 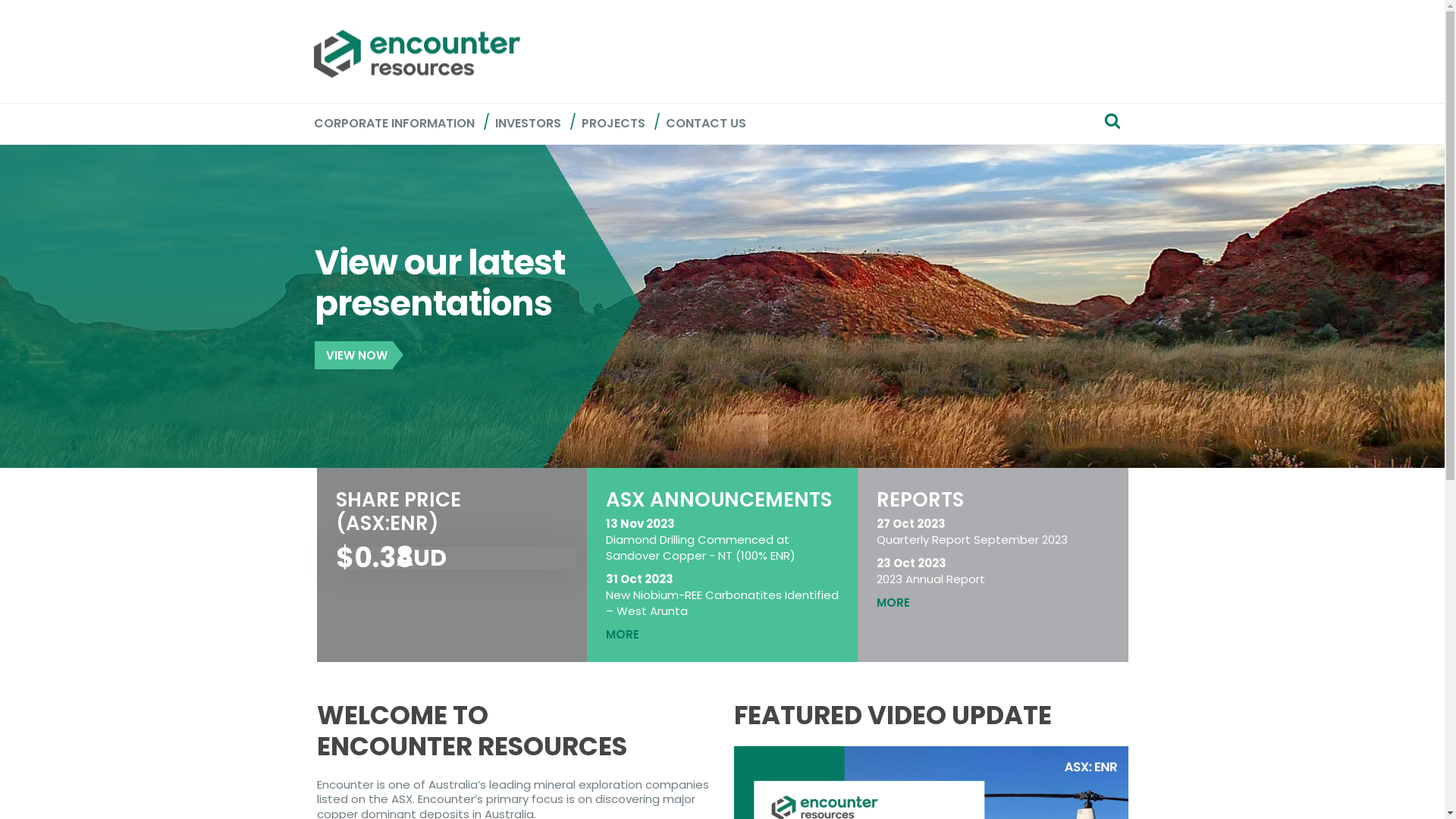 I want to click on 'CORPORATE INFORMATION', so click(x=393, y=123).